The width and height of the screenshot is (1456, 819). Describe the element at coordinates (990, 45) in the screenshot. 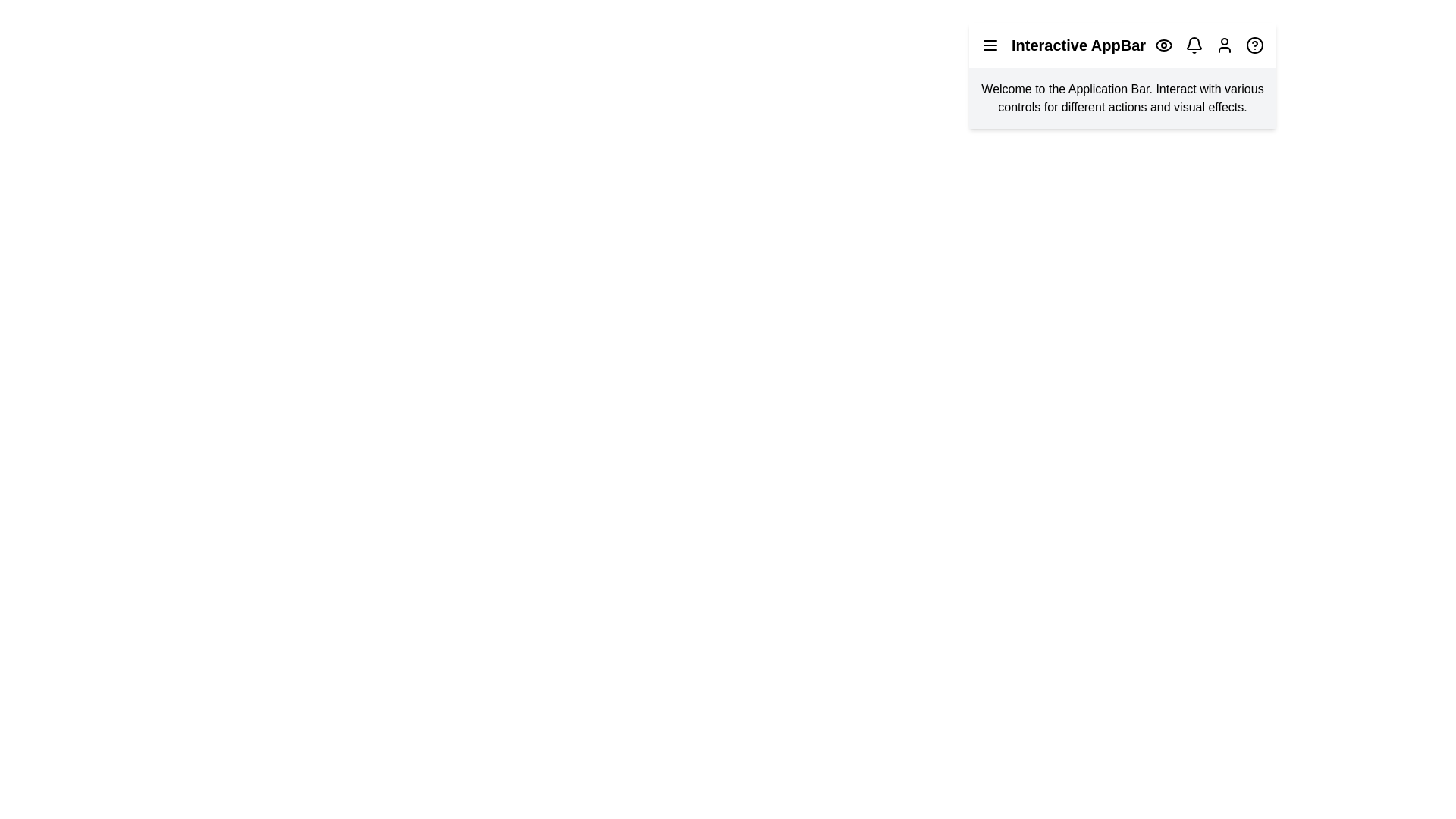

I see `the menu button to toggle the menu` at that location.